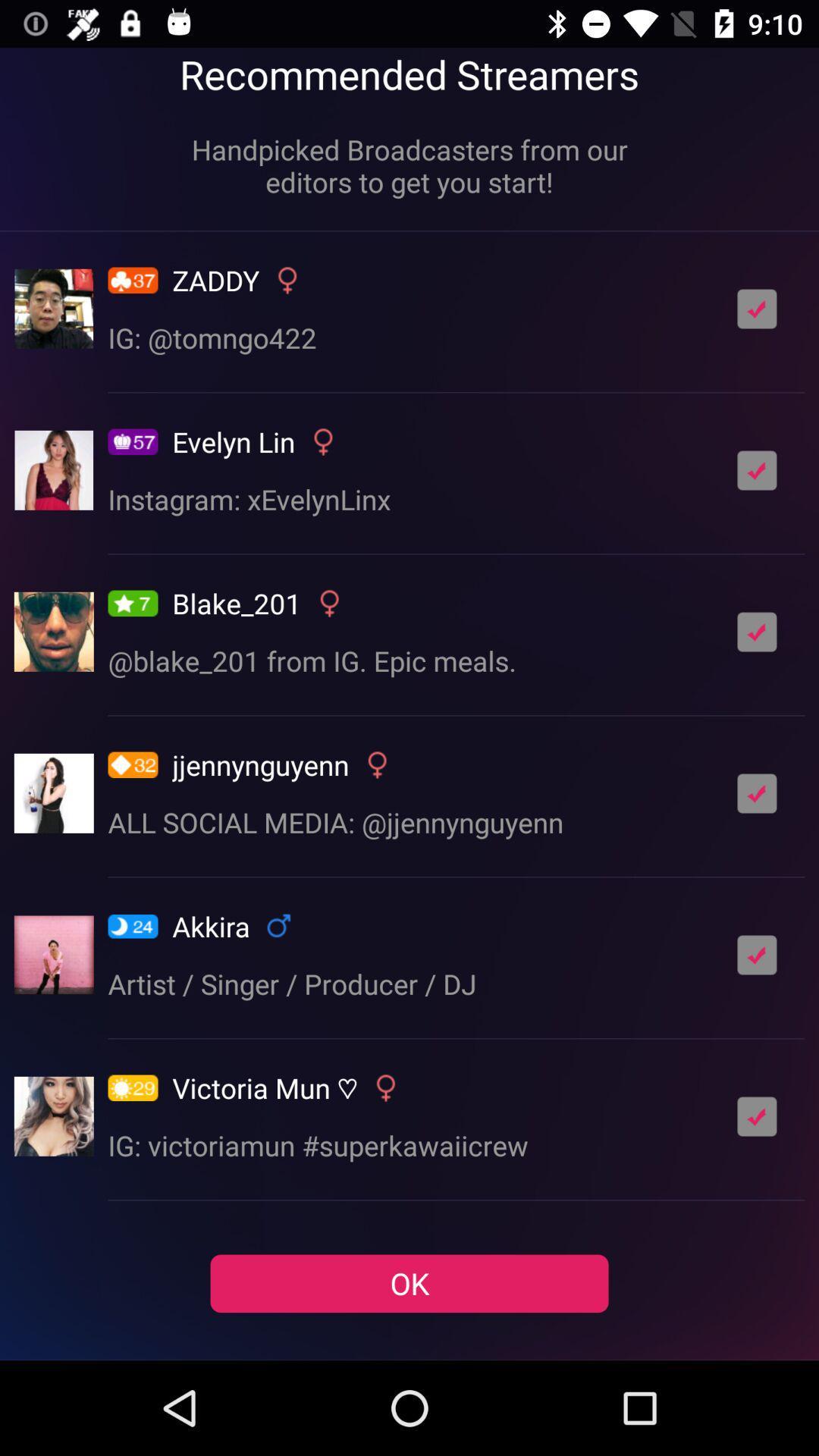 The width and height of the screenshot is (819, 1456). I want to click on ok, so click(757, 632).